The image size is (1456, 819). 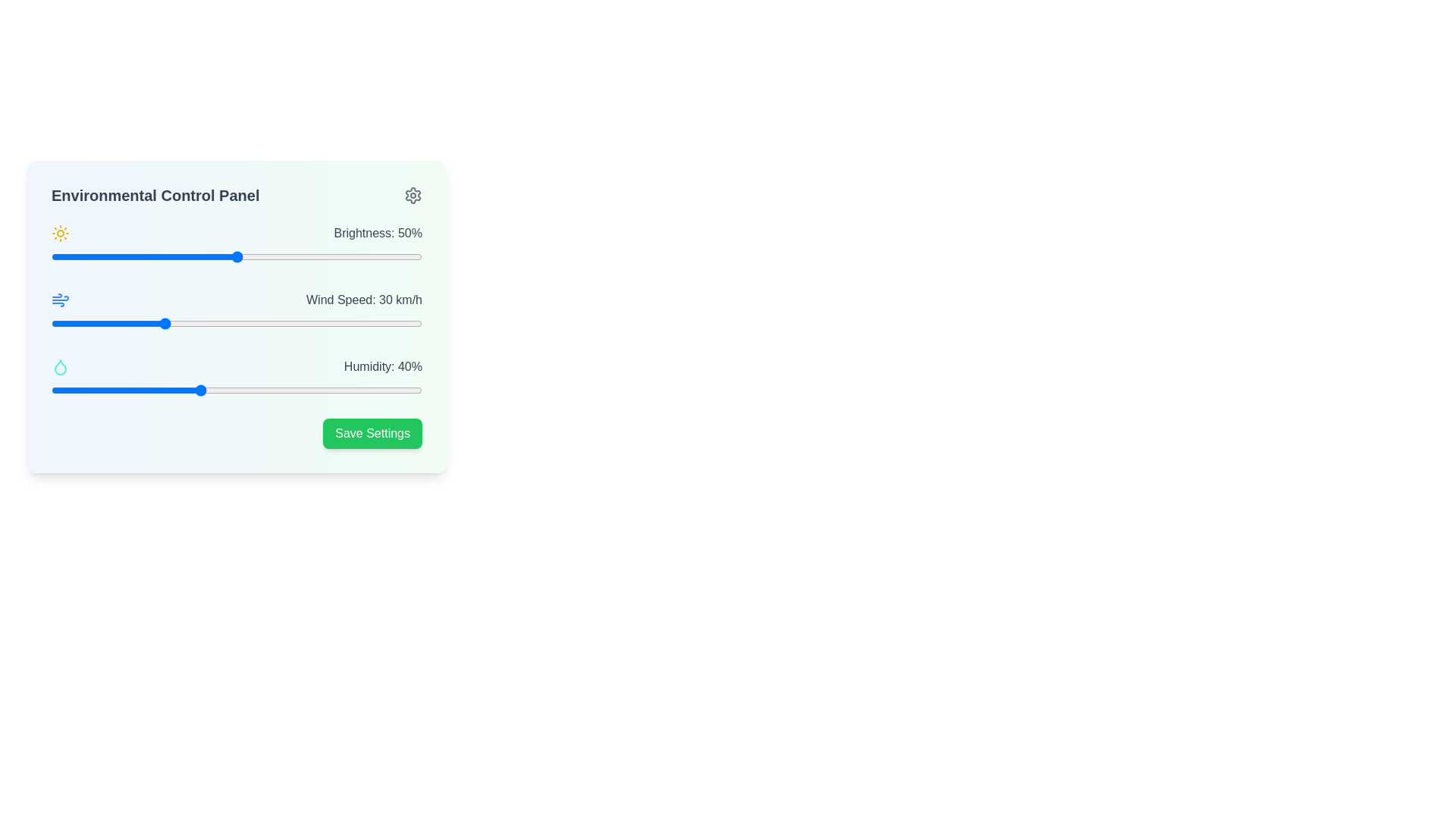 I want to click on the wind speed, so click(x=162, y=323).